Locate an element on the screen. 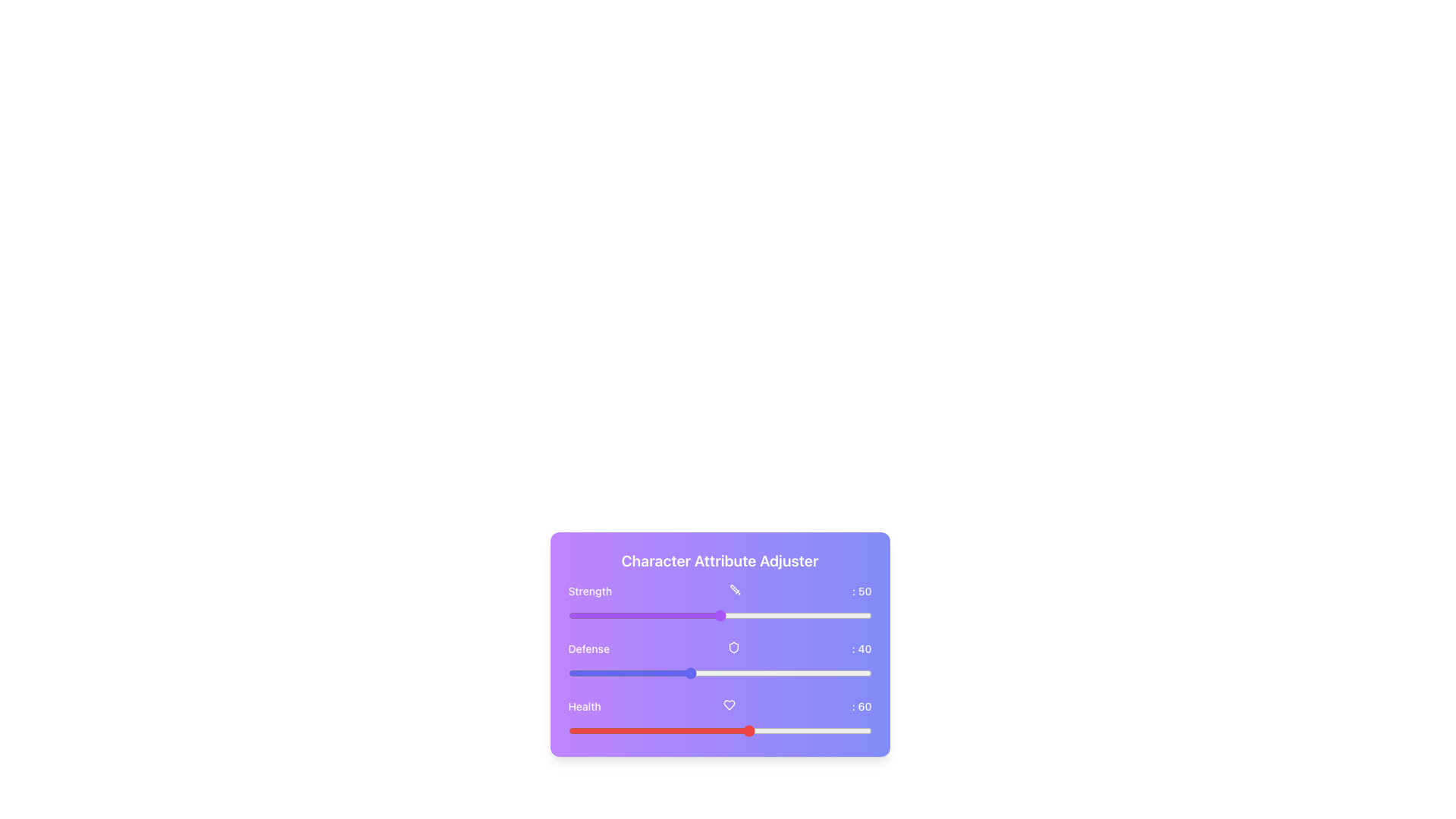  the slider value is located at coordinates (828, 672).